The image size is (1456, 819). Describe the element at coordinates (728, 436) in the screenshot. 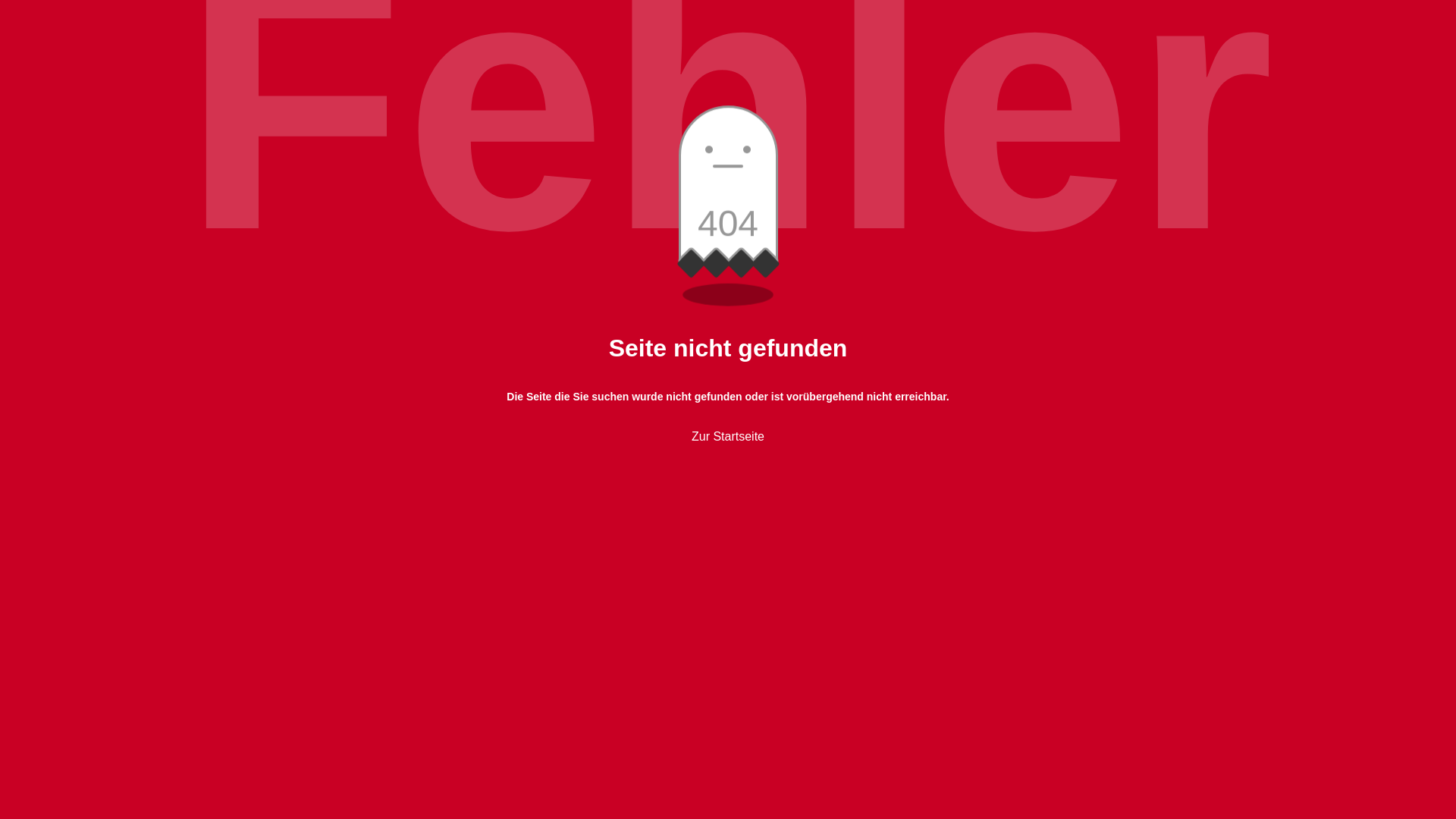

I see `'Zur Startseite'` at that location.